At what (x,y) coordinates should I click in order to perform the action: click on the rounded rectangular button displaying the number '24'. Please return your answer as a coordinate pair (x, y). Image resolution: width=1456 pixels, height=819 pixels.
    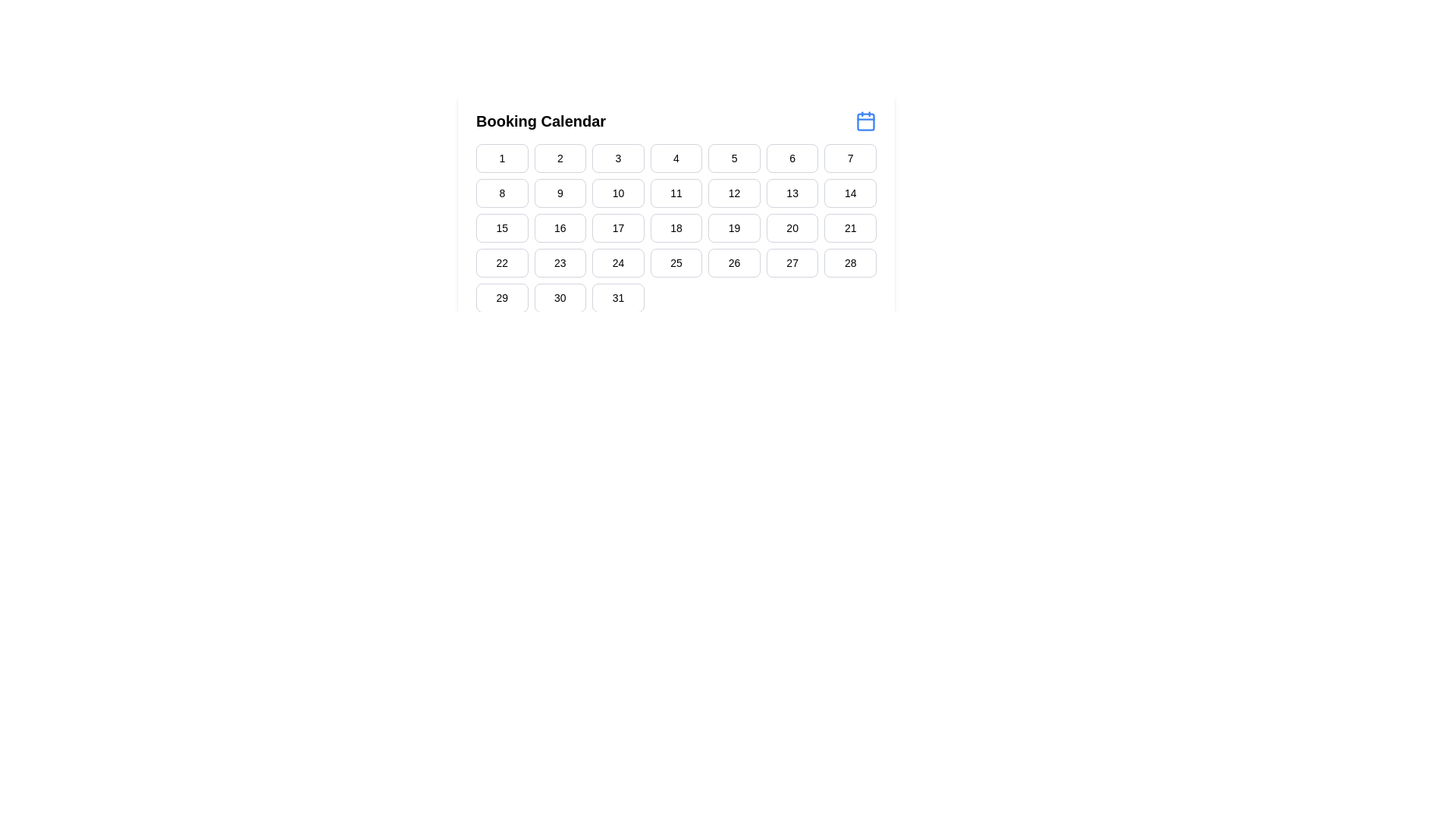
    Looking at the image, I should click on (618, 262).